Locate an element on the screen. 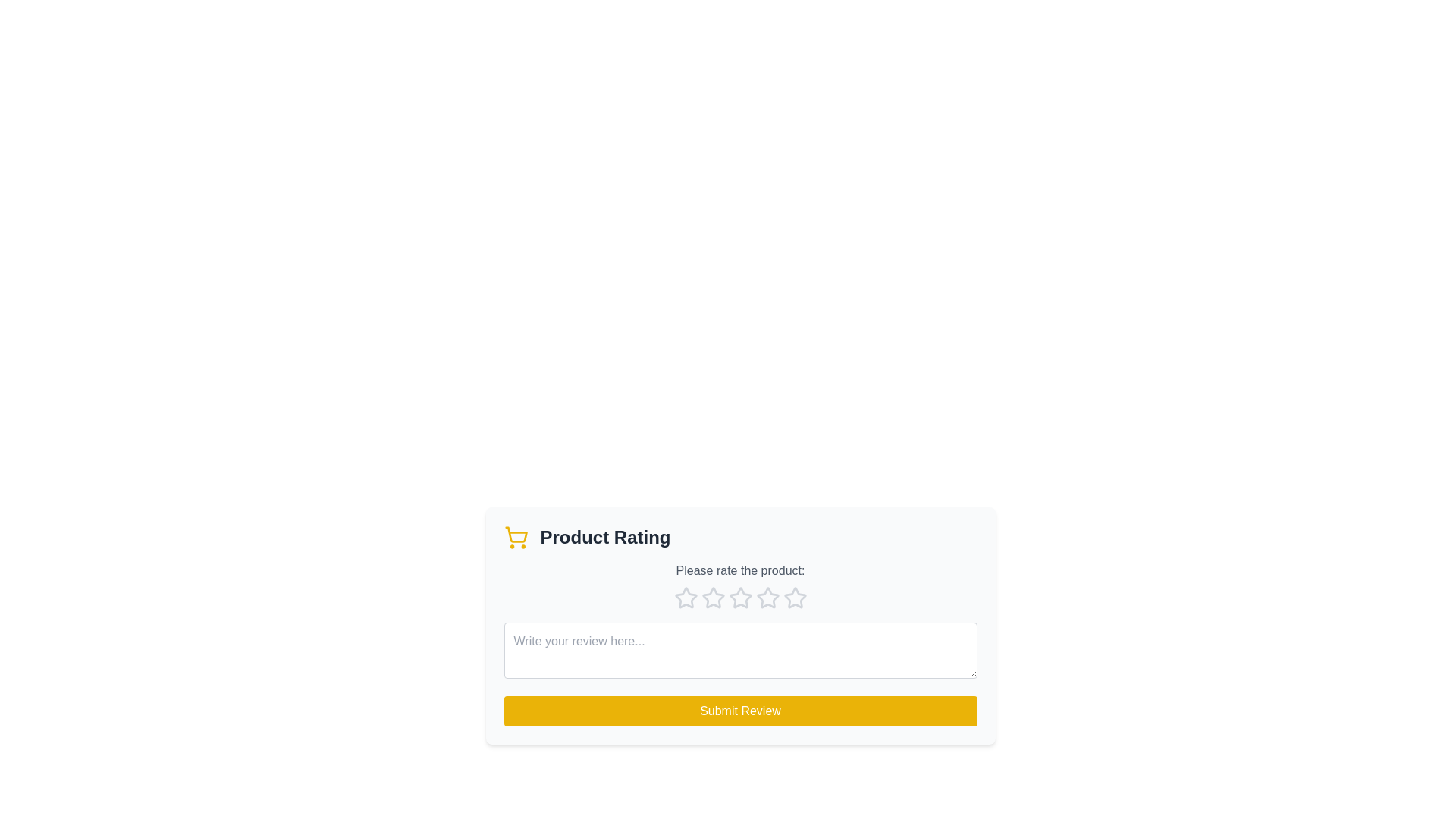 Image resolution: width=1456 pixels, height=819 pixels. the first rating star icon is located at coordinates (685, 597).